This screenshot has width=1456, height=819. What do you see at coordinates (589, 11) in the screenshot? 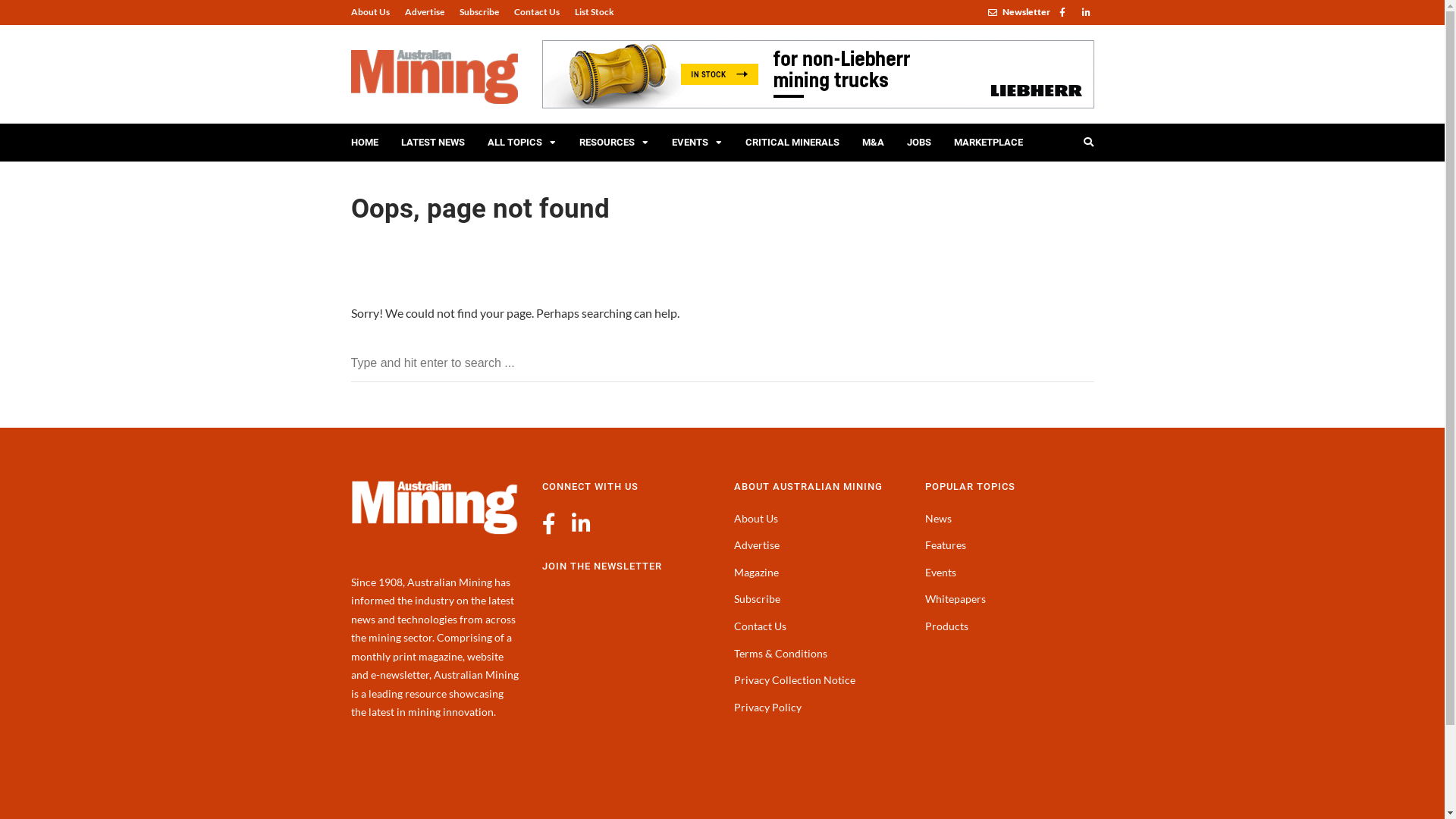
I see `'List Stock'` at bounding box center [589, 11].